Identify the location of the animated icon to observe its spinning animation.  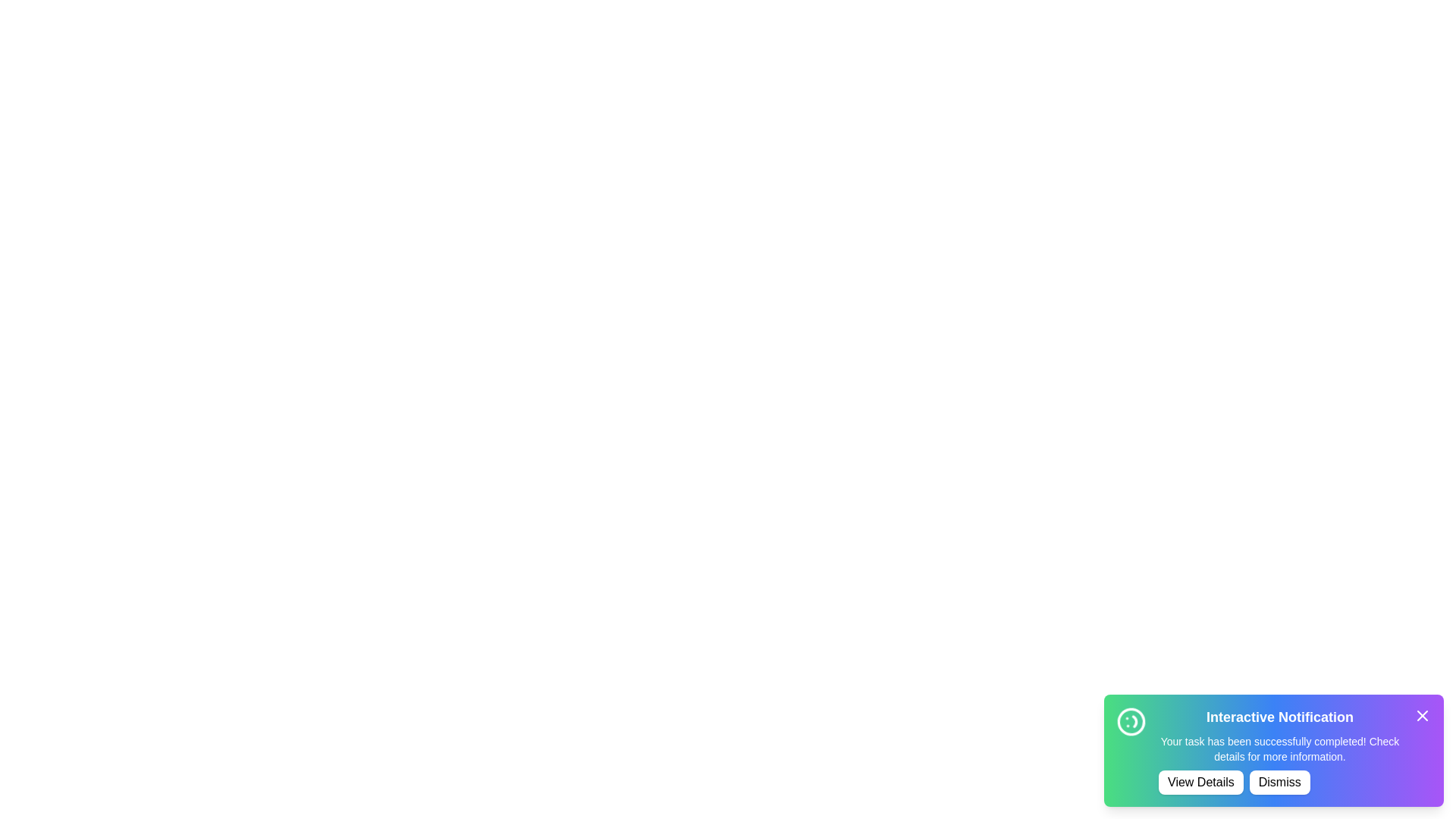
(1131, 721).